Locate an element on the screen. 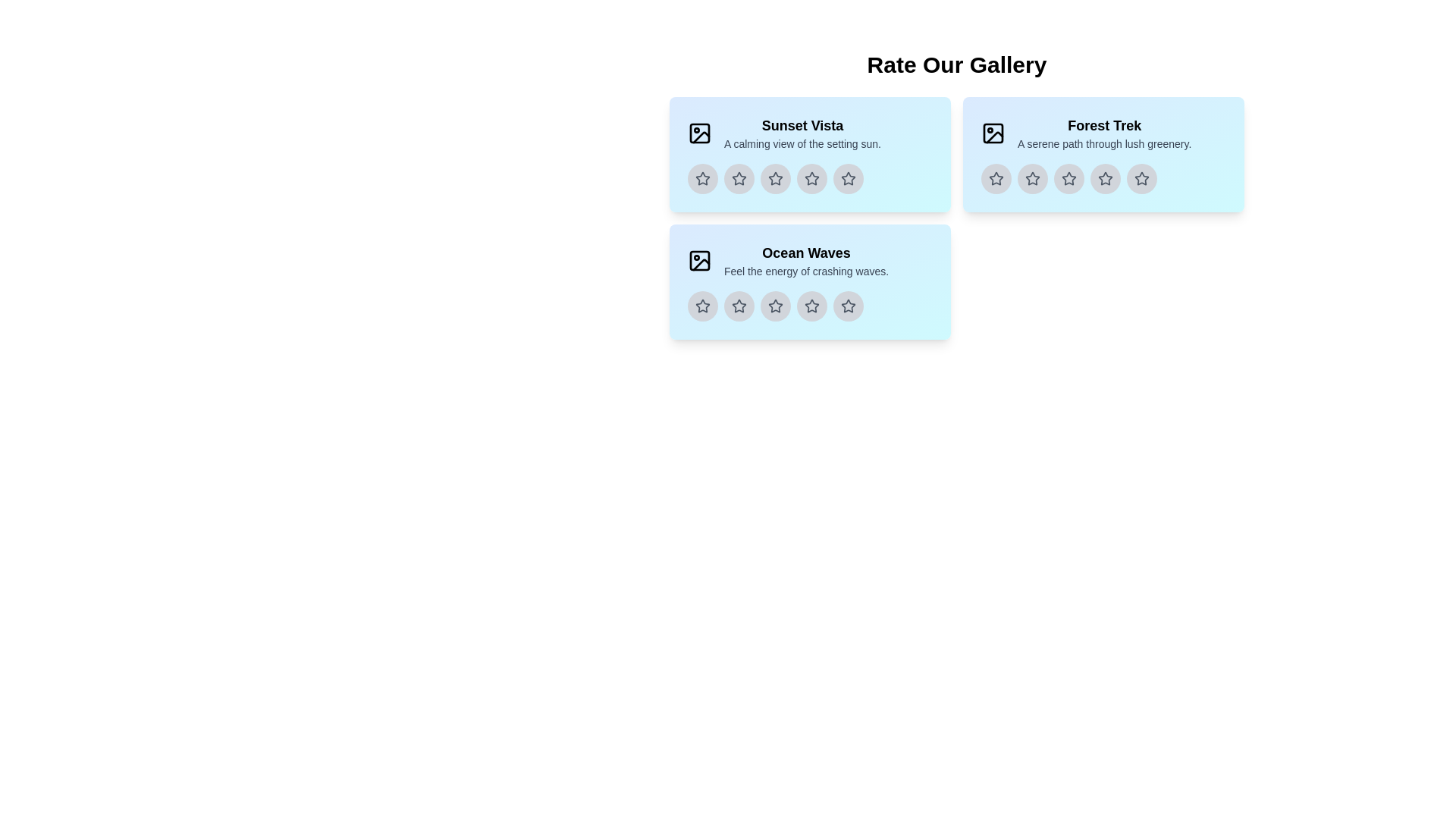 The width and height of the screenshot is (1456, 819). the first rating button under the 'Forest Trek' section is located at coordinates (996, 177).